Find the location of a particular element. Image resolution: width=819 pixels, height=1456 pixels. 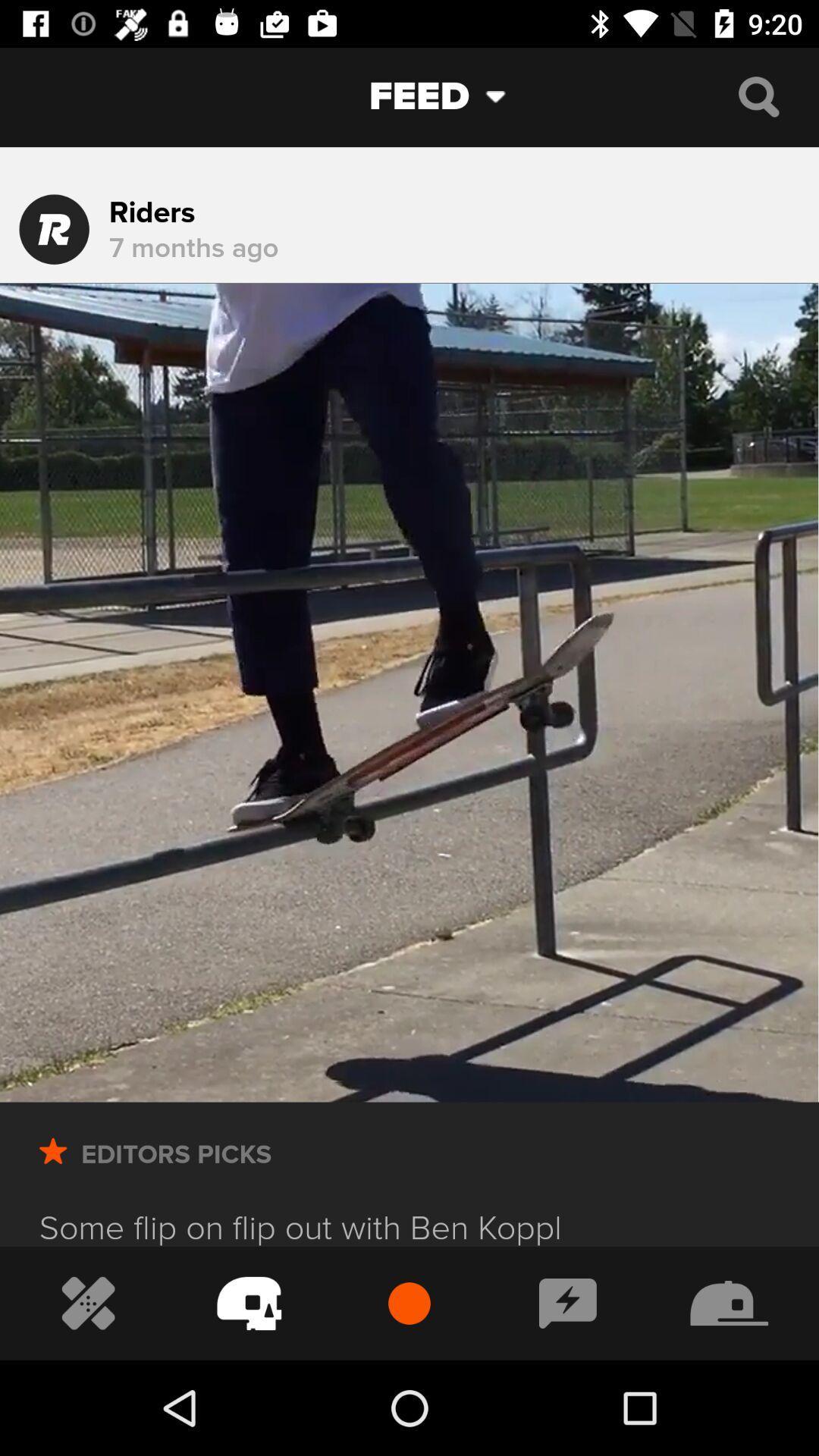

prevention is located at coordinates (249, 1302).